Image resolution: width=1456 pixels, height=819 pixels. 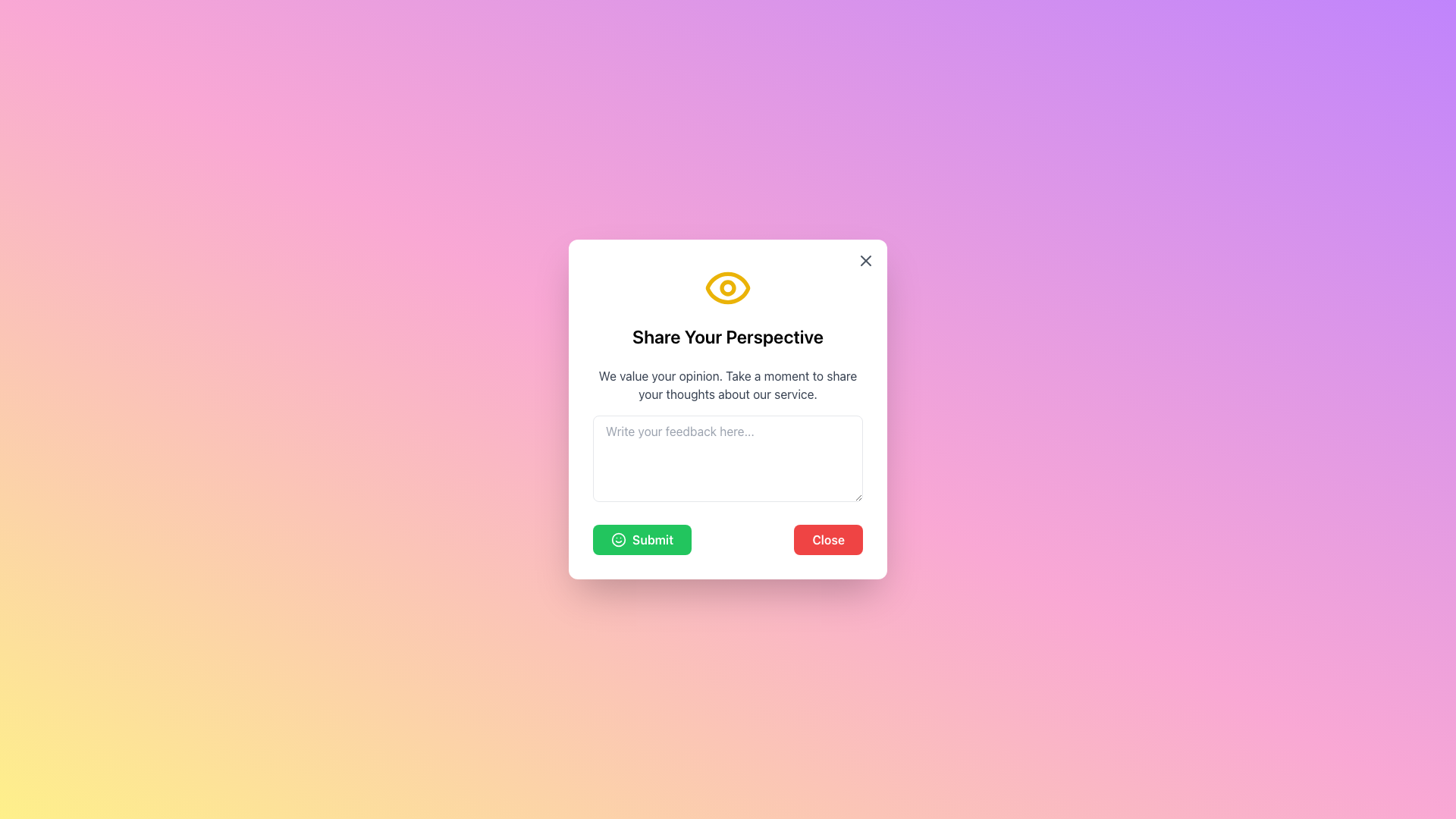 What do you see at coordinates (866, 259) in the screenshot?
I see `the close button, depicted as an 'X' icon, located in the top-right corner of the modal dialog window to change its color` at bounding box center [866, 259].